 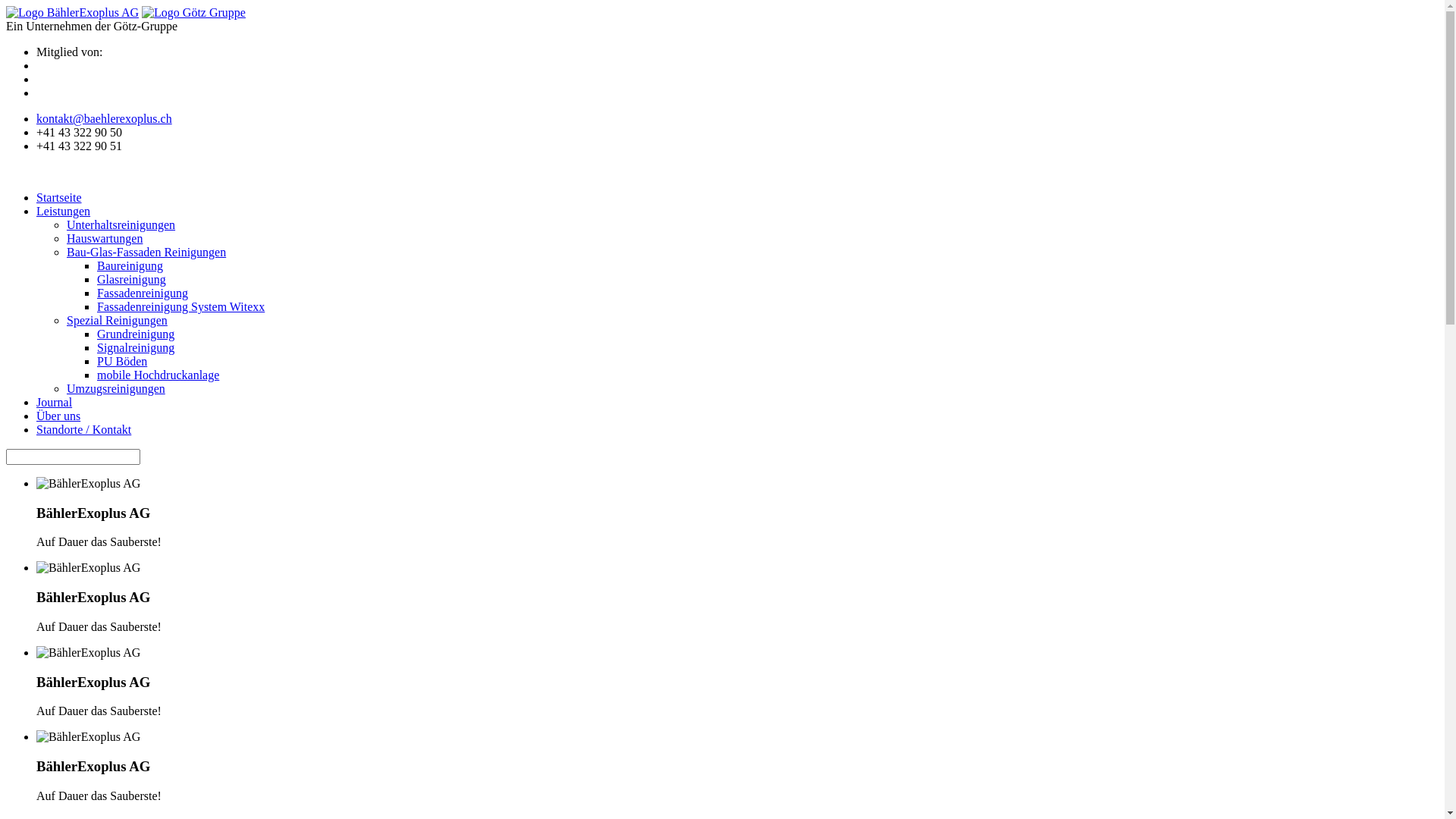 What do you see at coordinates (65, 224) in the screenshot?
I see `'Unterhaltsreinigungen'` at bounding box center [65, 224].